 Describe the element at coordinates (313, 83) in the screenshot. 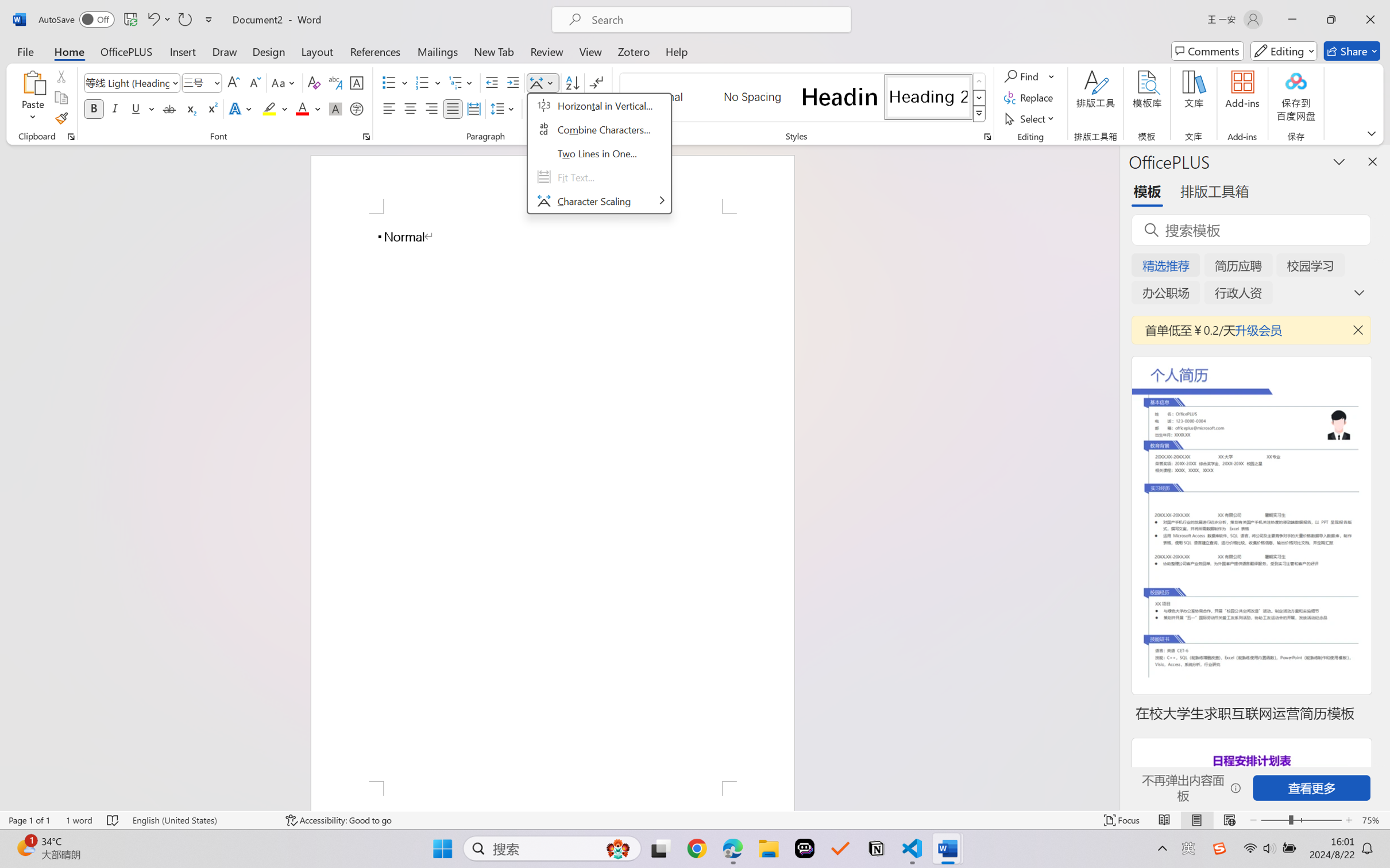

I see `'Clear Formatting'` at that location.